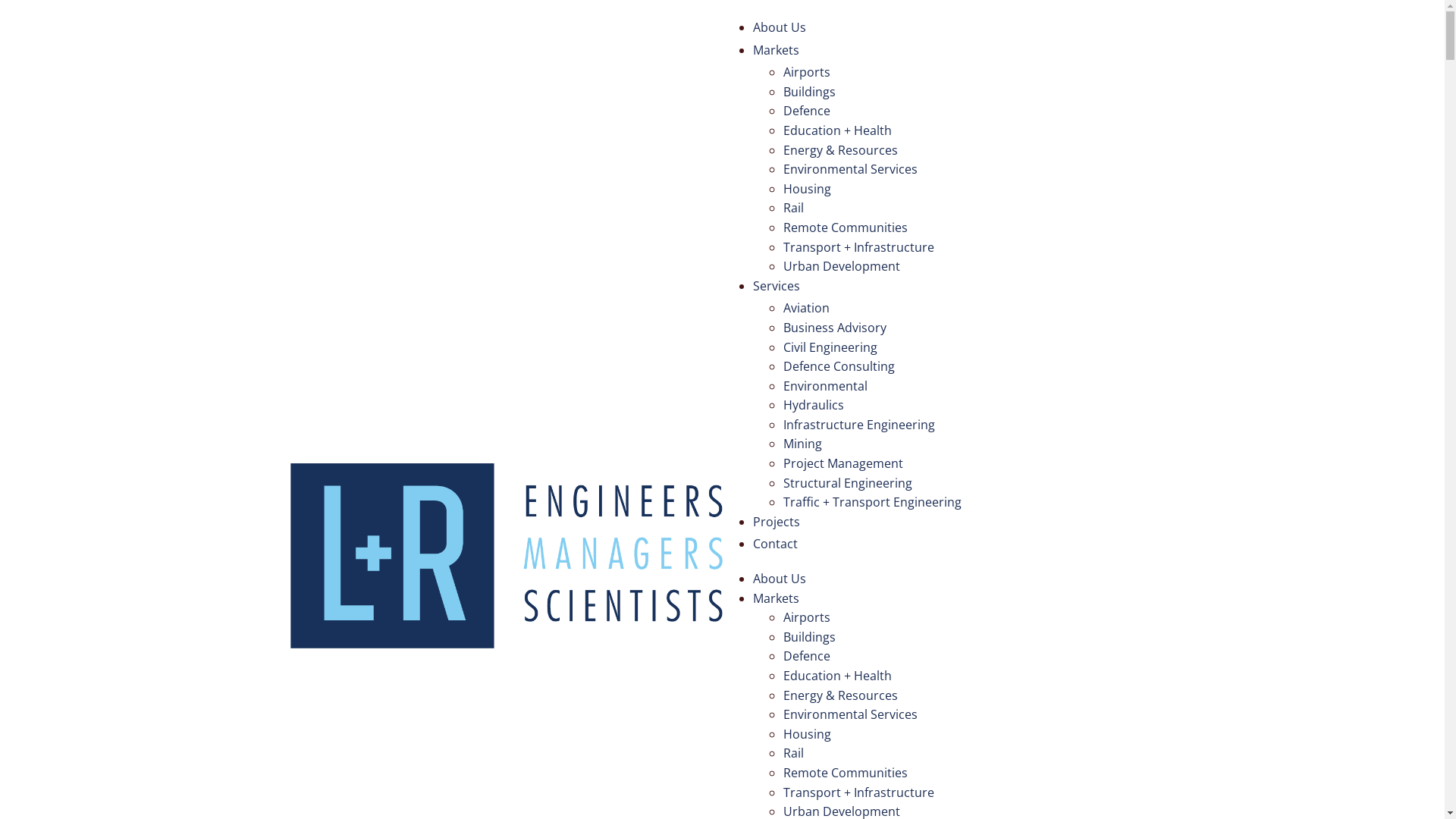 This screenshot has width=1456, height=819. What do you see at coordinates (801, 444) in the screenshot?
I see `'Mining'` at bounding box center [801, 444].